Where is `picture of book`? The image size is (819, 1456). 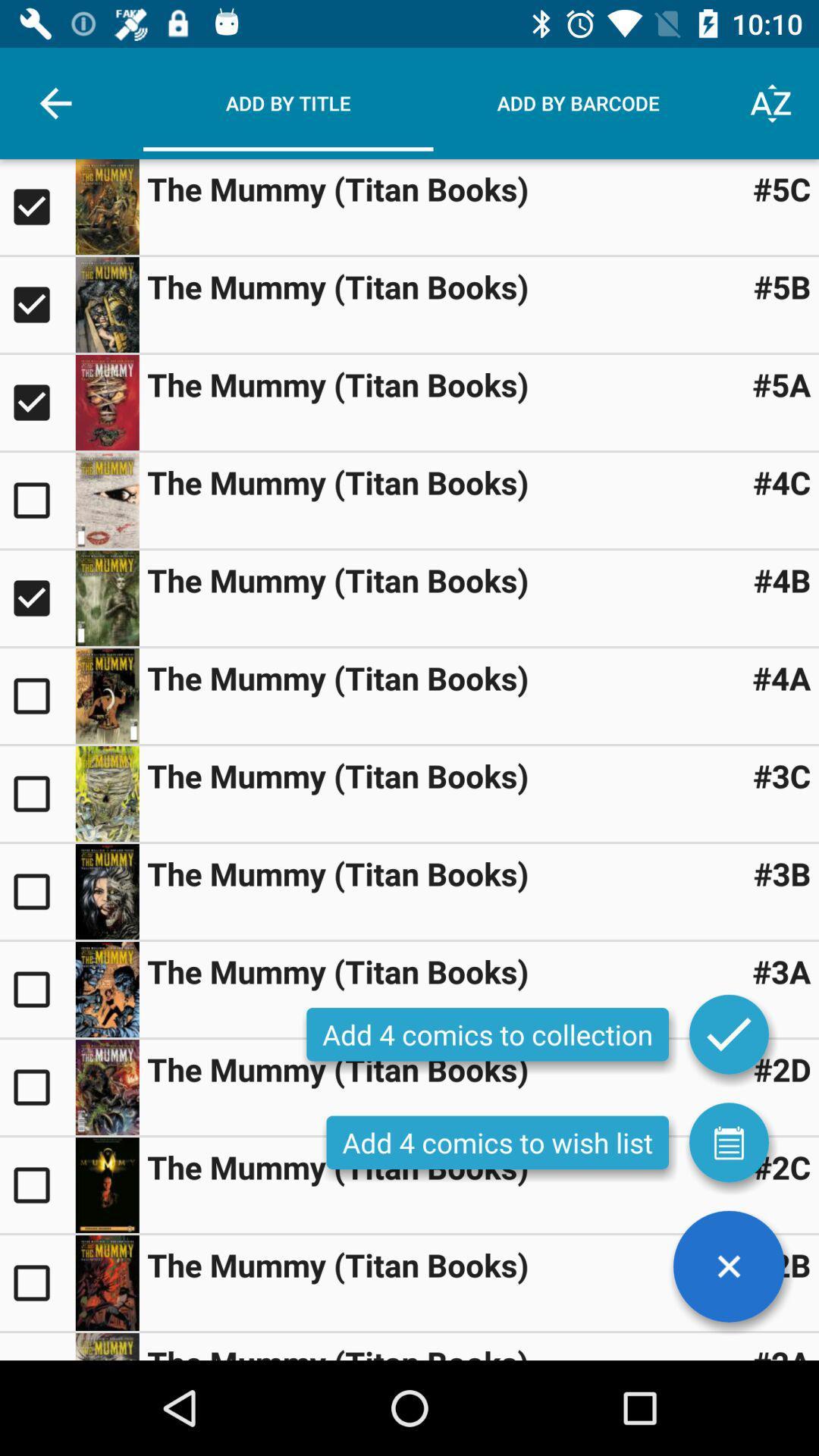
picture of book is located at coordinates (106, 990).